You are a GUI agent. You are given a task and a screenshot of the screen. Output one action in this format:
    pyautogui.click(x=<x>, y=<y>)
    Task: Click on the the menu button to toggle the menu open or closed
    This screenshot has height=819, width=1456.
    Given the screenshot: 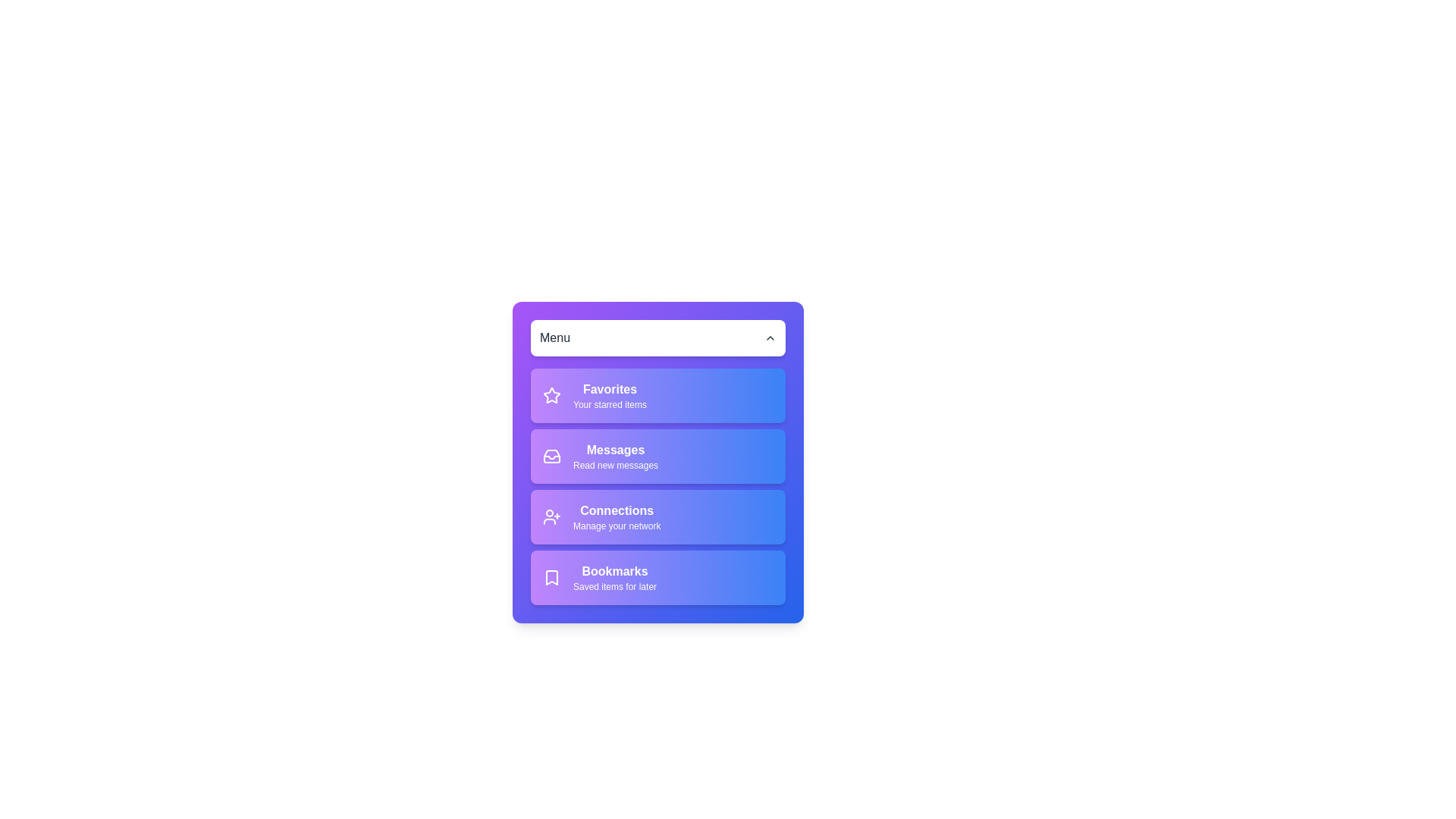 What is the action you would take?
    pyautogui.click(x=658, y=337)
    